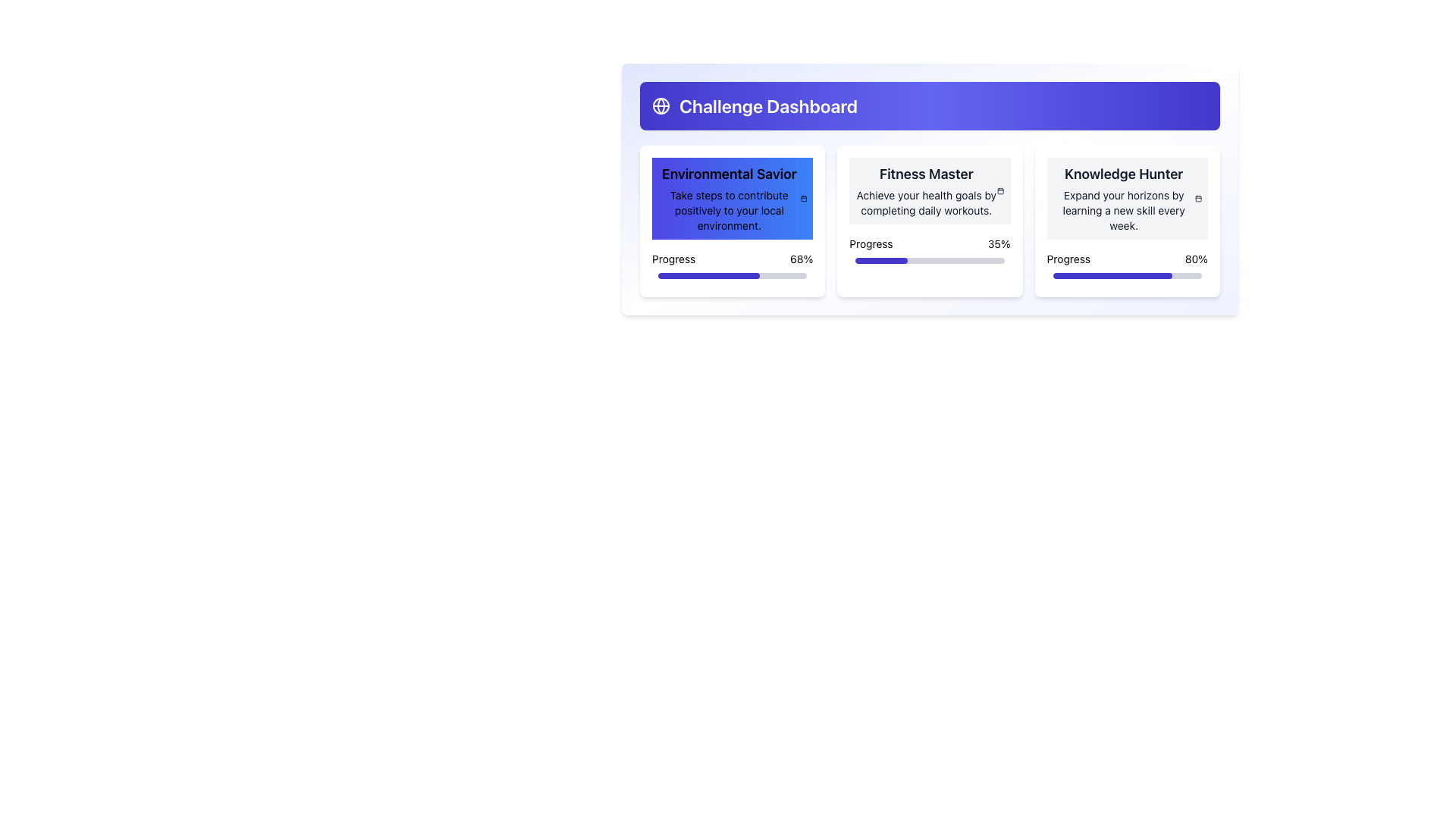  I want to click on title and details of the 'Environmental Savior' card, which is the first card in a set of three, featuring a white background, rounded corners, and a progress bar indicating 'Progress 68%', so click(733, 221).